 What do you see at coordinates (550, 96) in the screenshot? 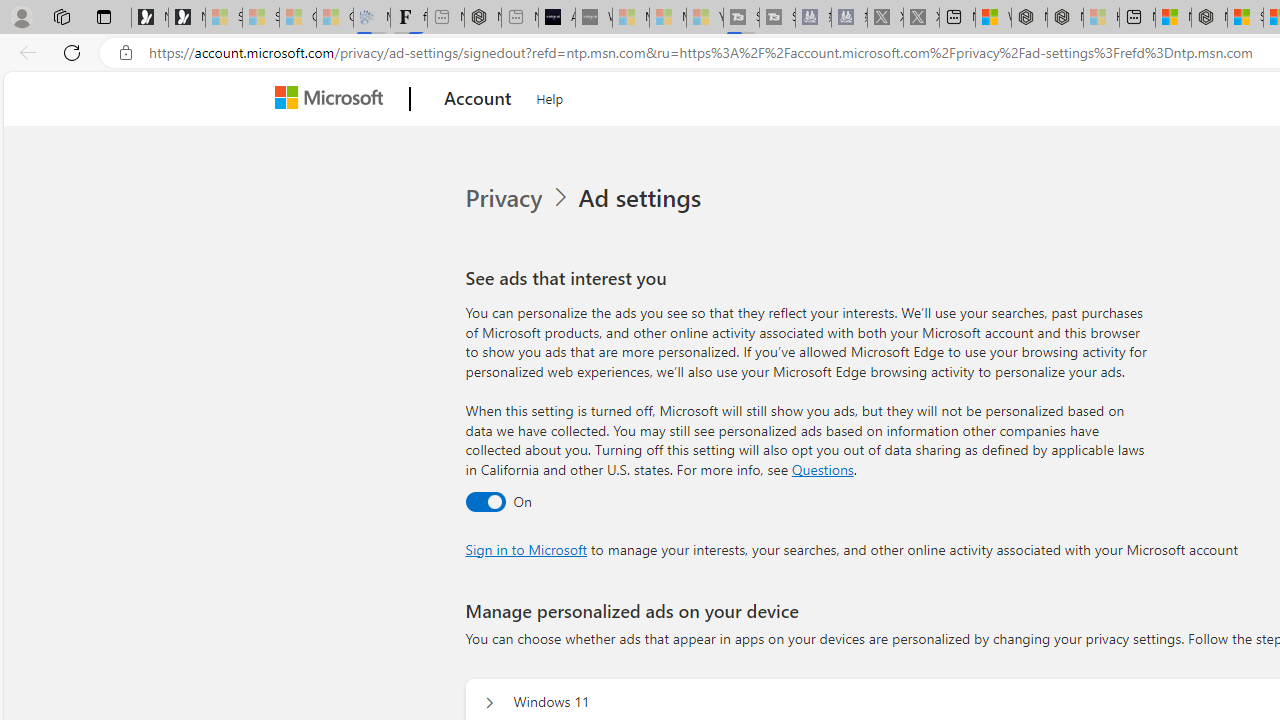
I see `'Help'` at bounding box center [550, 96].